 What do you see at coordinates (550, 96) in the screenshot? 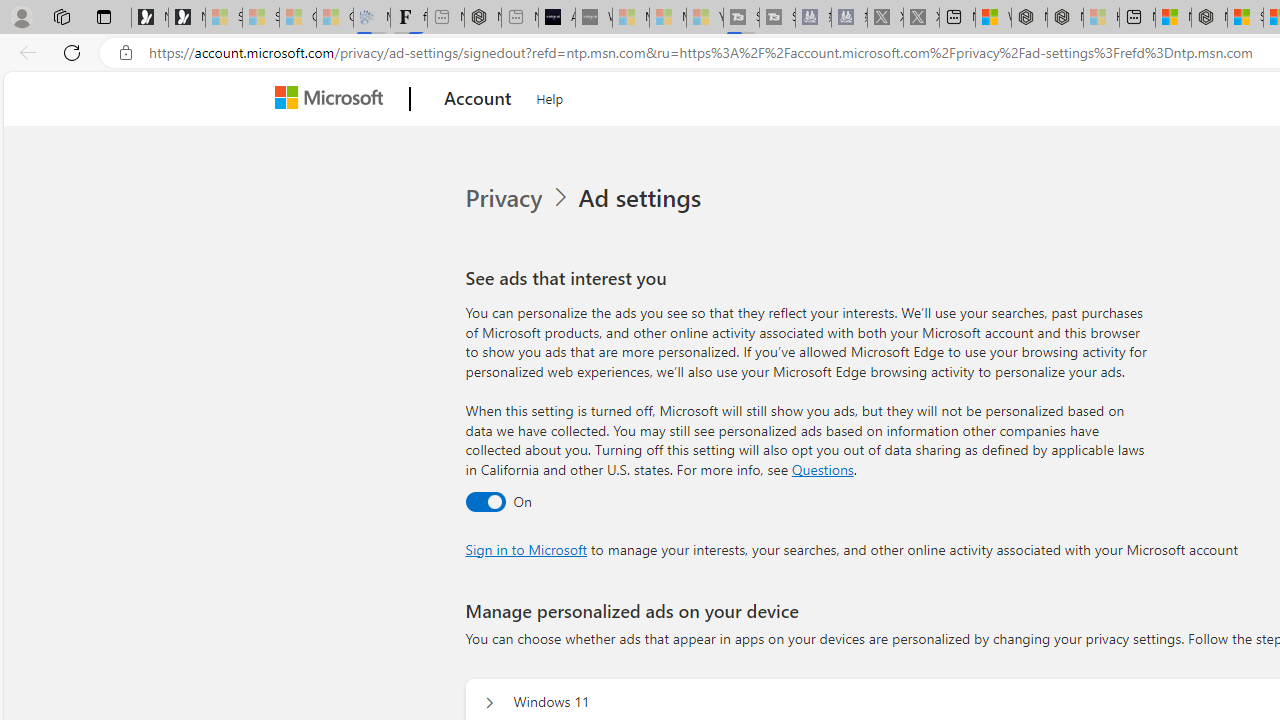
I see `'Help'` at bounding box center [550, 96].